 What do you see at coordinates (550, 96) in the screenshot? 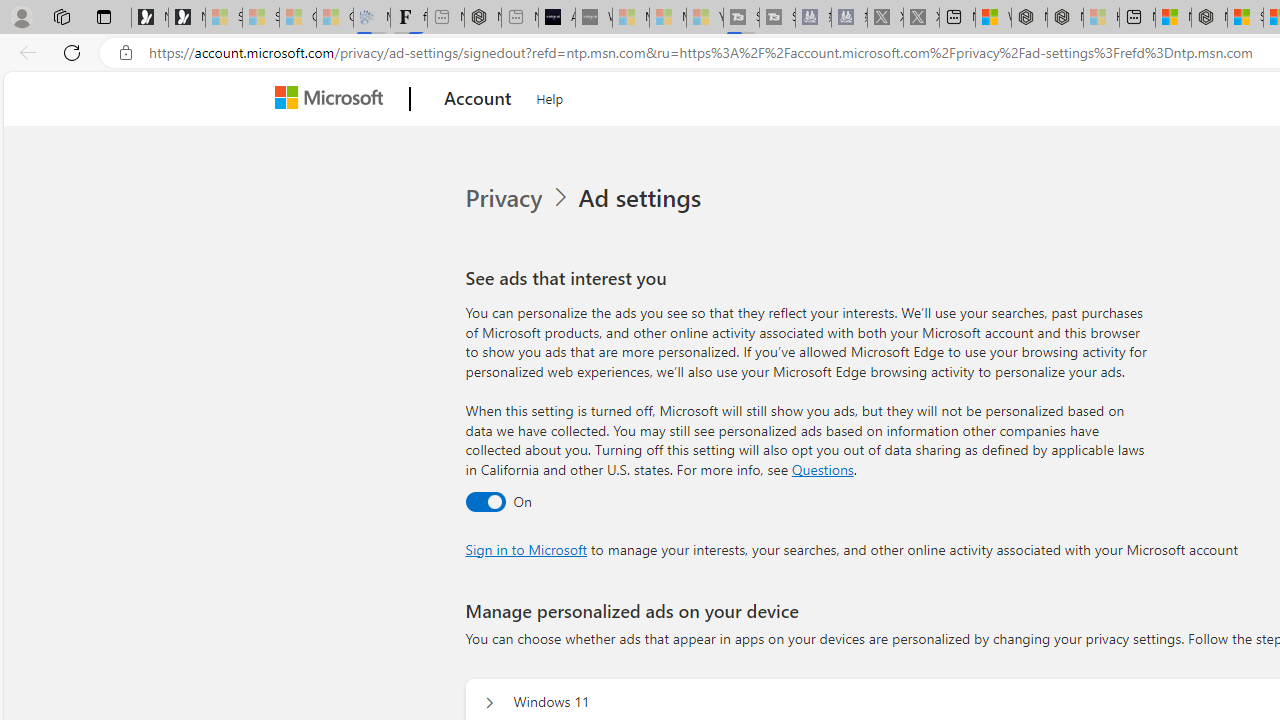
I see `'Help'` at bounding box center [550, 96].